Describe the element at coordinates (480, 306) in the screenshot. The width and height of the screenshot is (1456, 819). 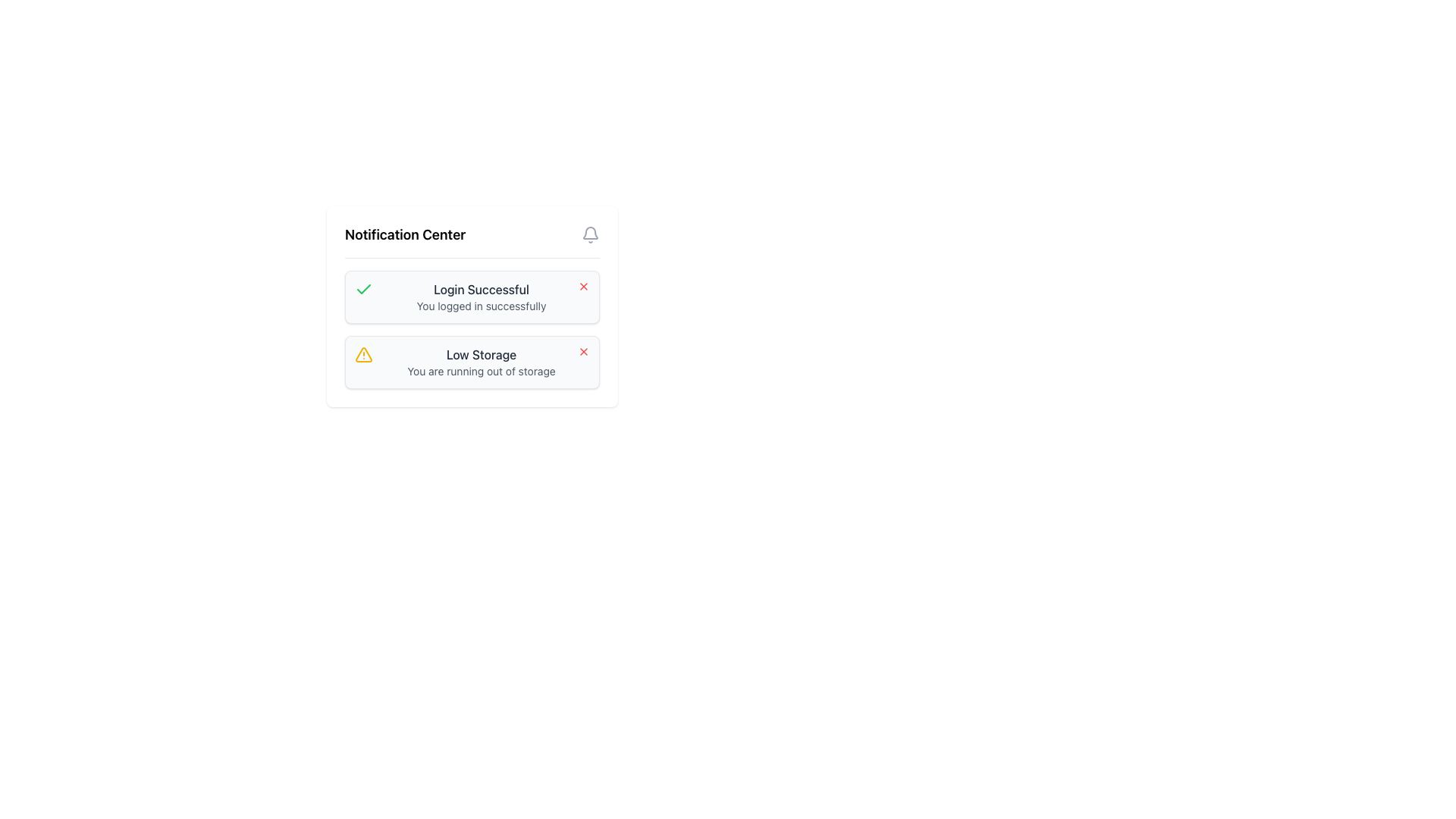
I see `the Text Label that provides feedback about the successful login, located below the 'Login Successful' title in the notification card` at that location.